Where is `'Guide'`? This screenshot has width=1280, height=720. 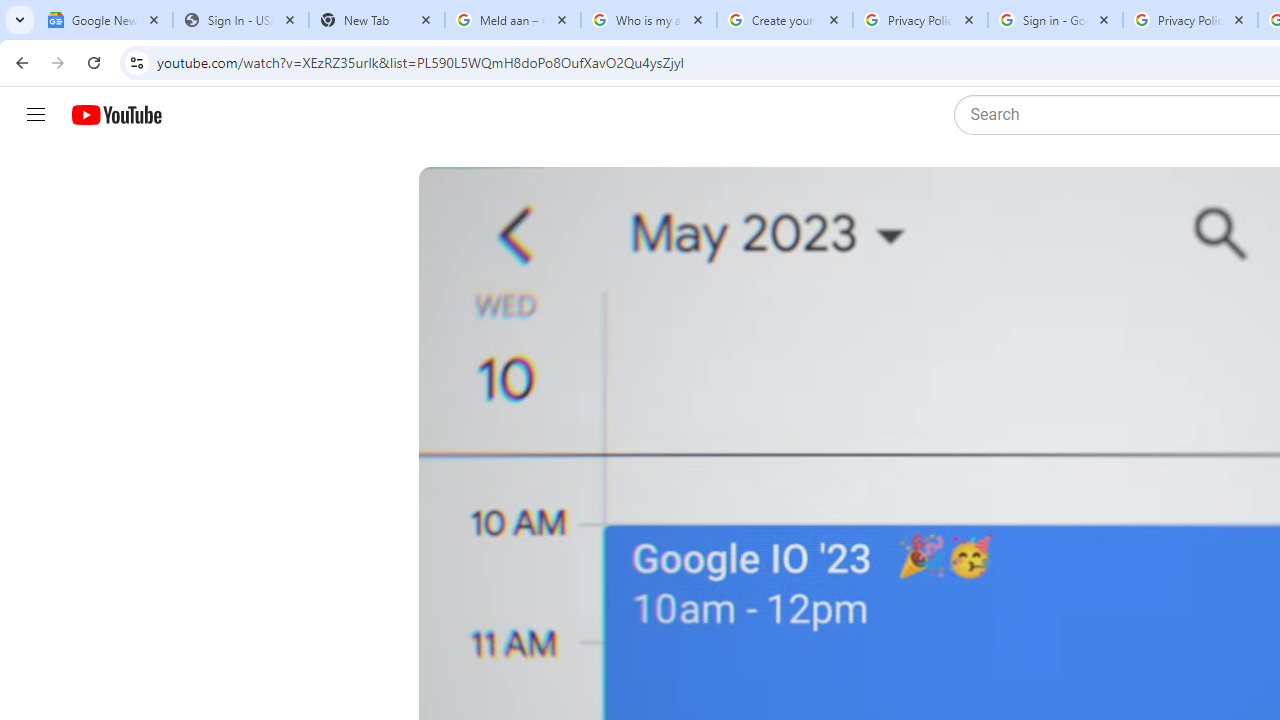 'Guide' is located at coordinates (35, 115).